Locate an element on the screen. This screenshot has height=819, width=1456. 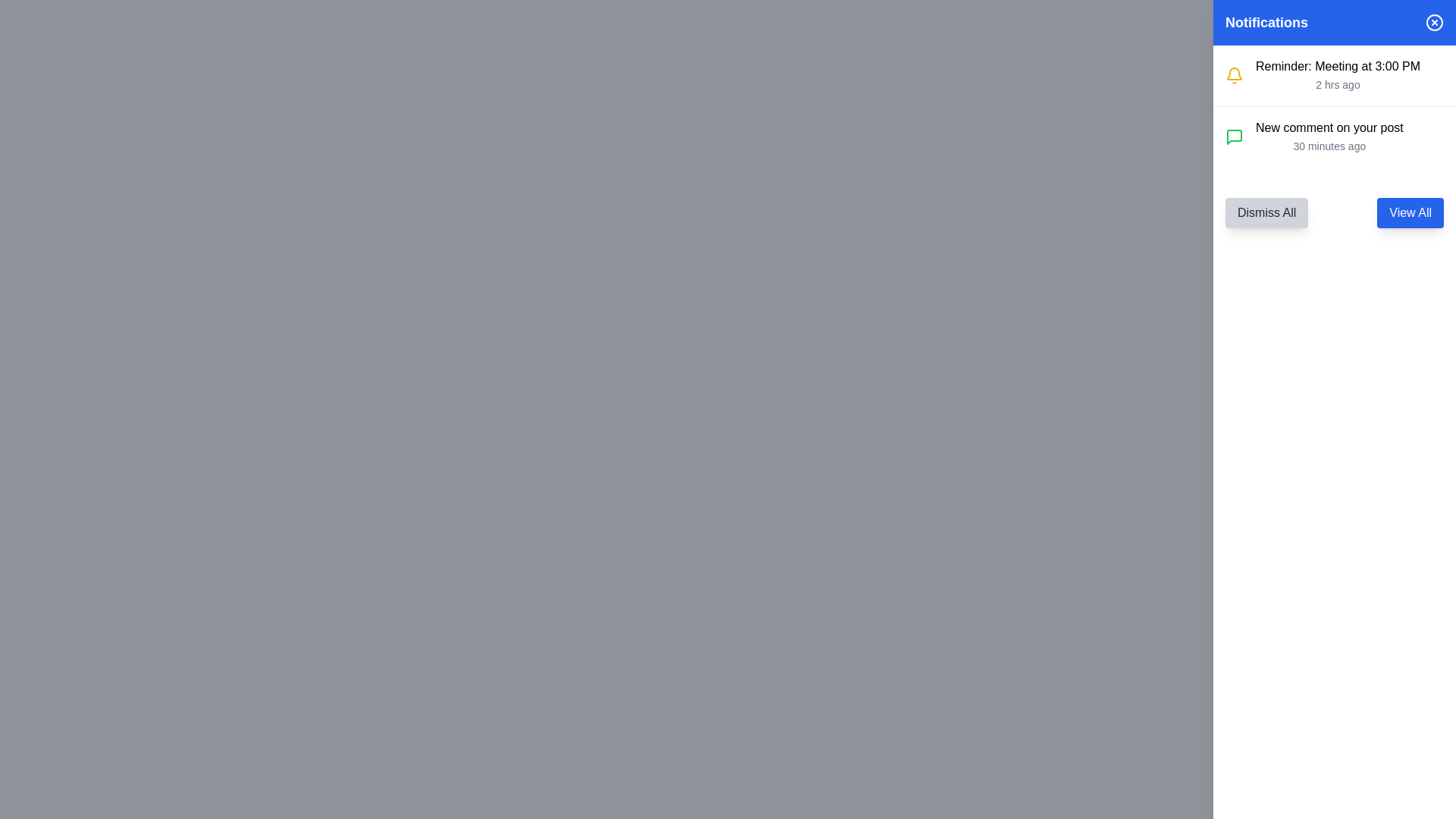
the circular 'X' button located in the top-right corner of the blue 'Notifications' header is located at coordinates (1433, 23).